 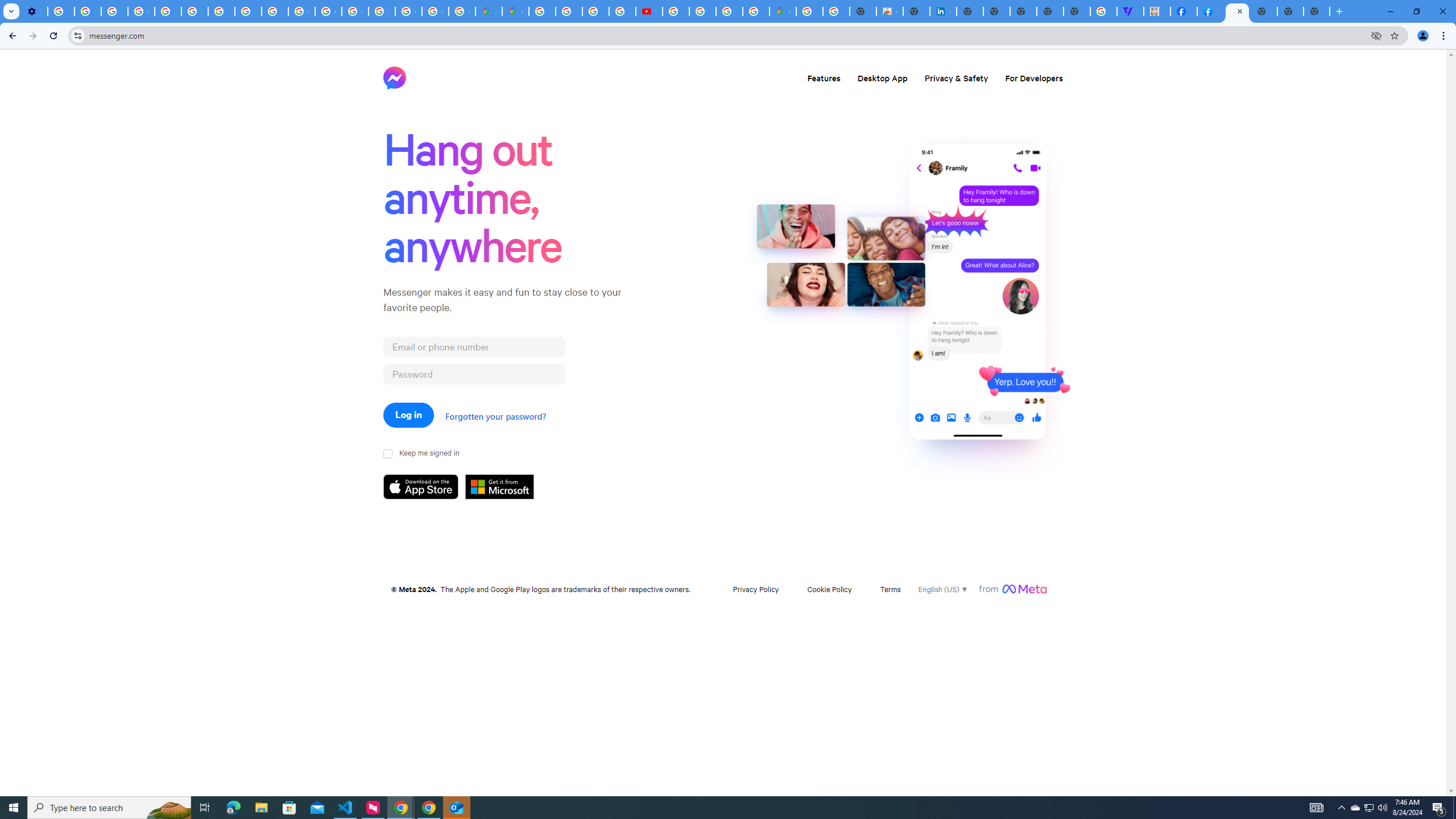 I want to click on 'Sign Up for Facebook', so click(x=1210, y=11).